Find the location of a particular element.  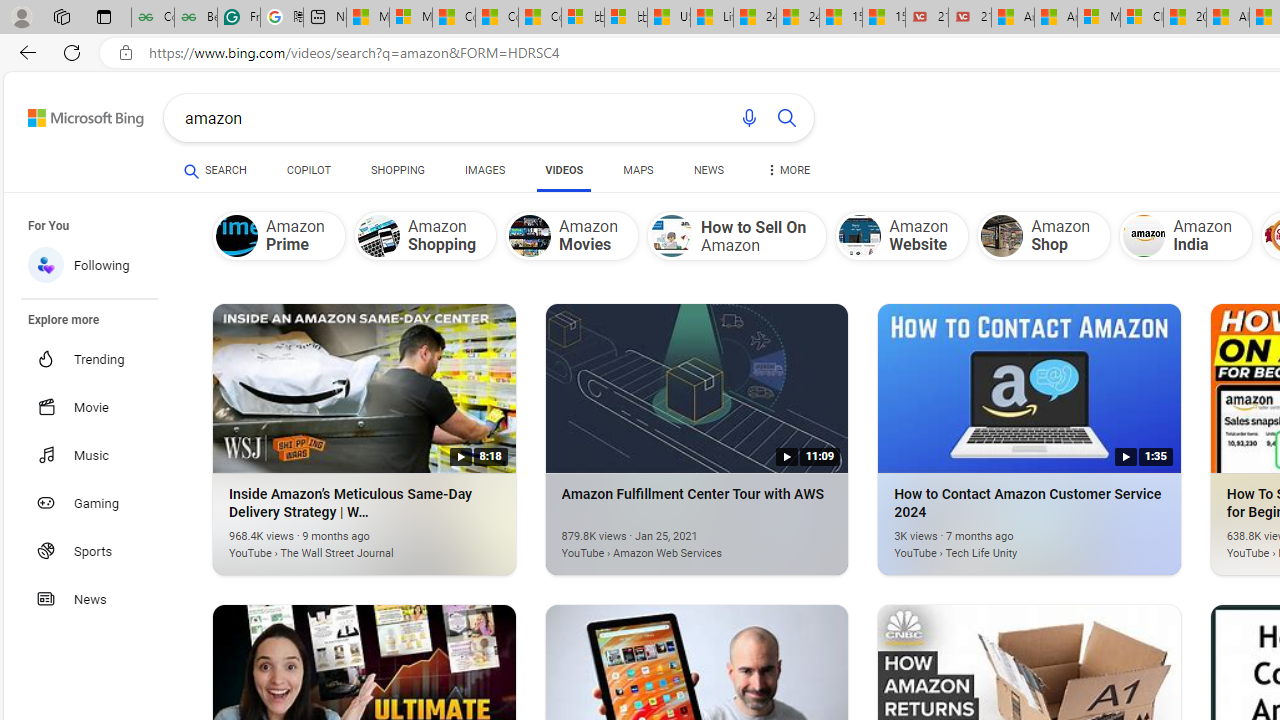

'NEWS' is located at coordinates (709, 172).